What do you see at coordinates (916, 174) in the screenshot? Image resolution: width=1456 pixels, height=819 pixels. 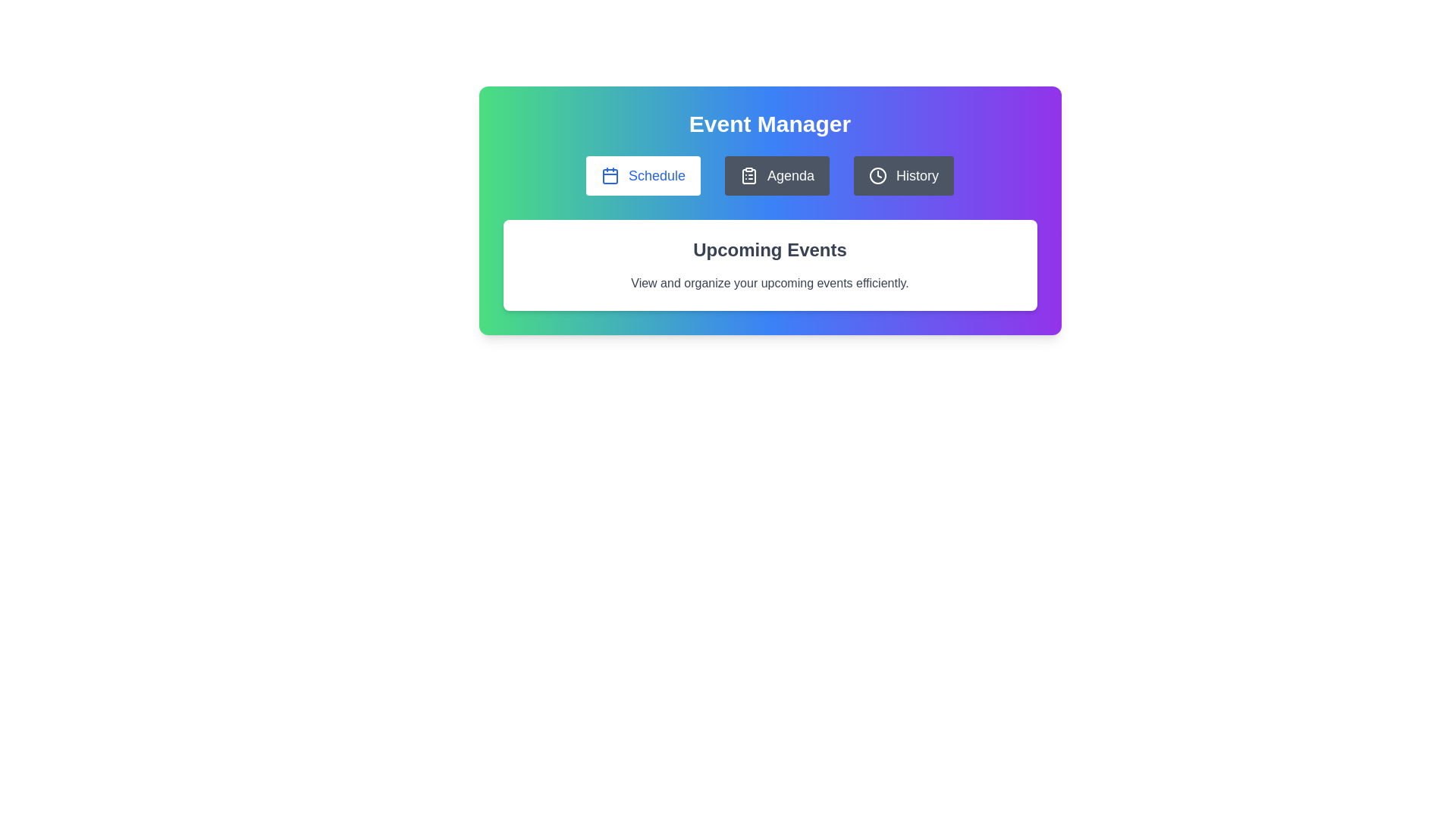 I see `the 'History' button located in the top right section of the user interface` at bounding box center [916, 174].